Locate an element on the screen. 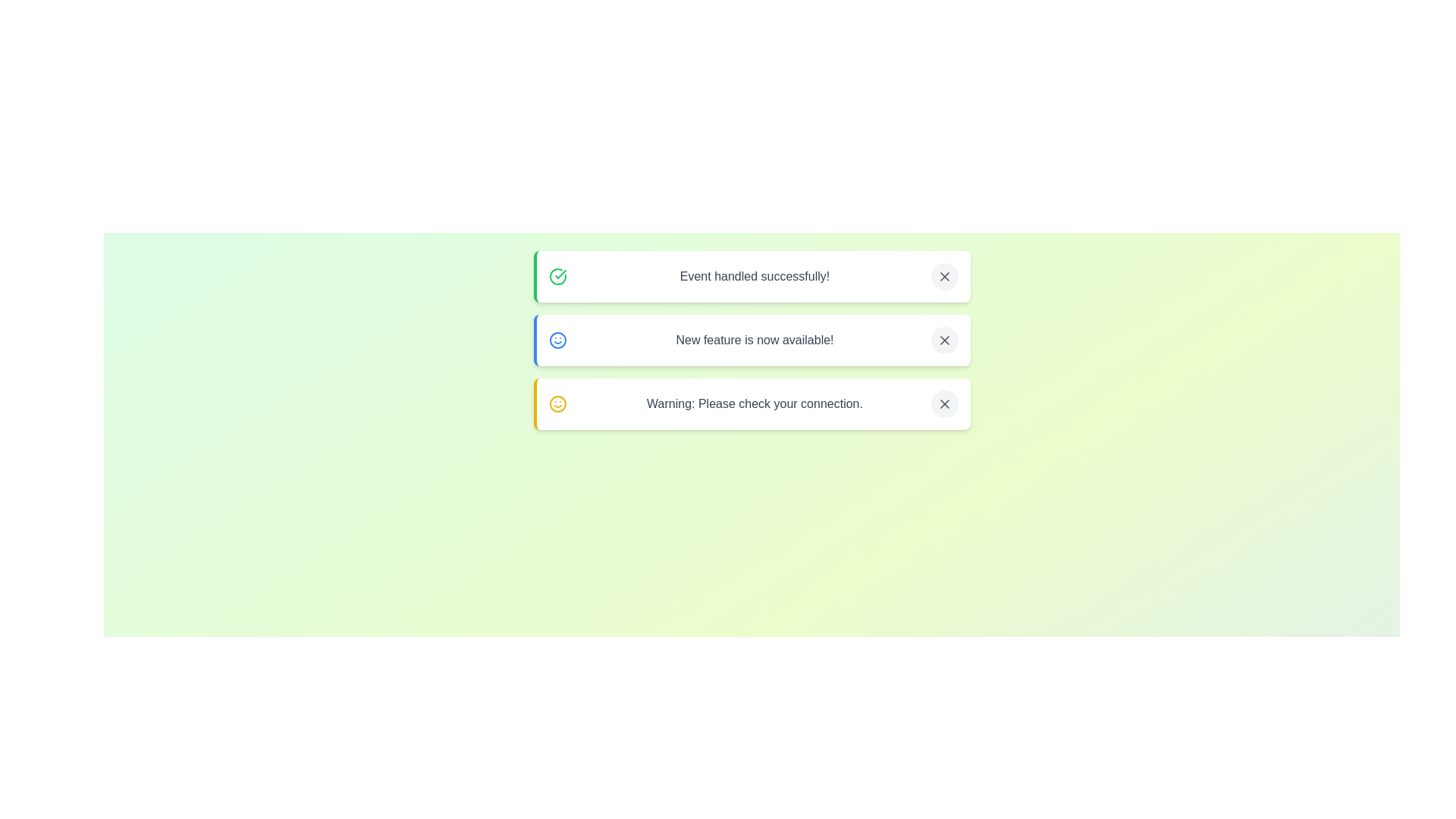  the 'X' icon element located on the right-hand side of the top message box in the UI, which functions as a close or dismiss action is located at coordinates (943, 277).